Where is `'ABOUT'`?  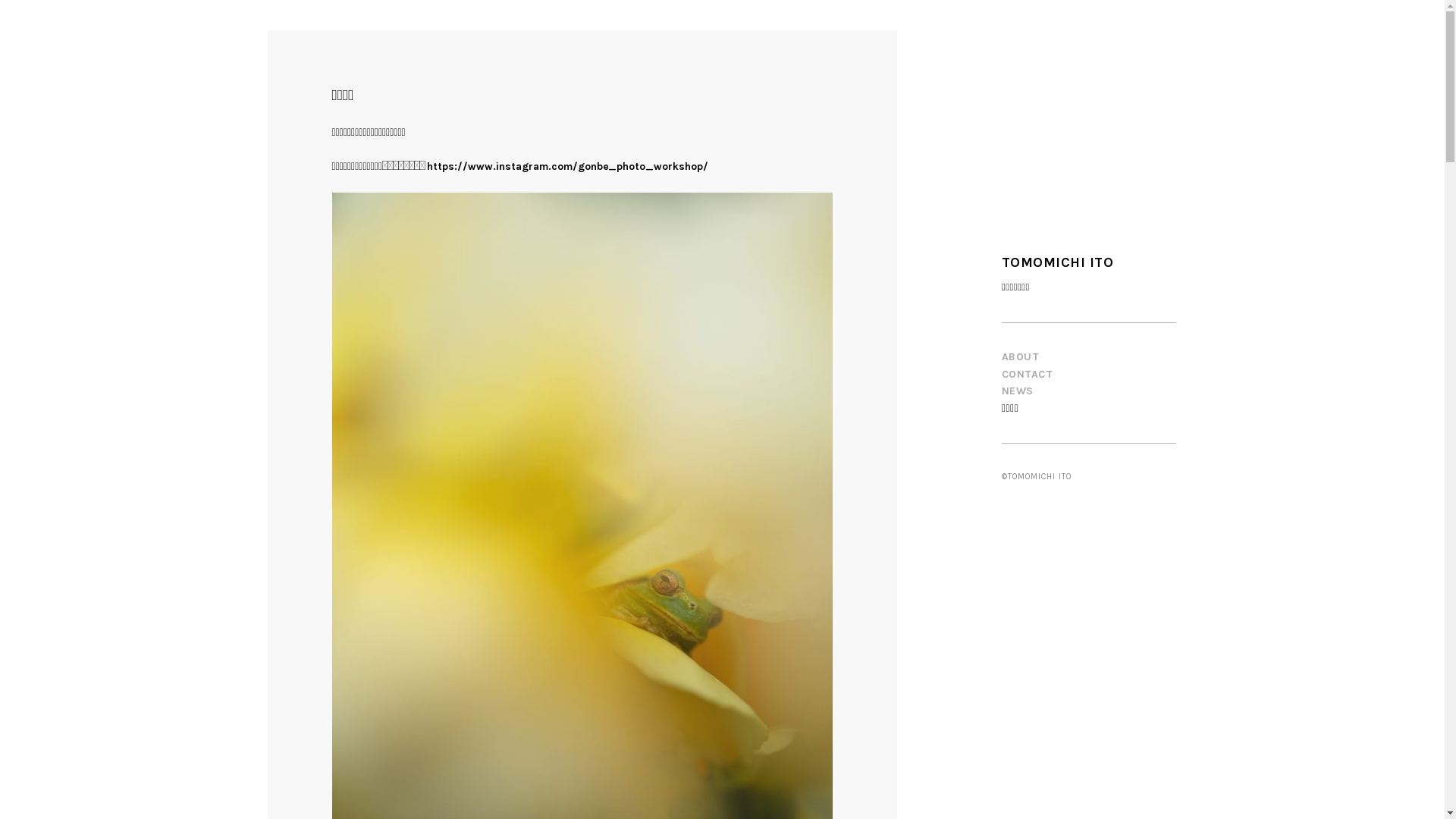
'ABOUT' is located at coordinates (1020, 356).